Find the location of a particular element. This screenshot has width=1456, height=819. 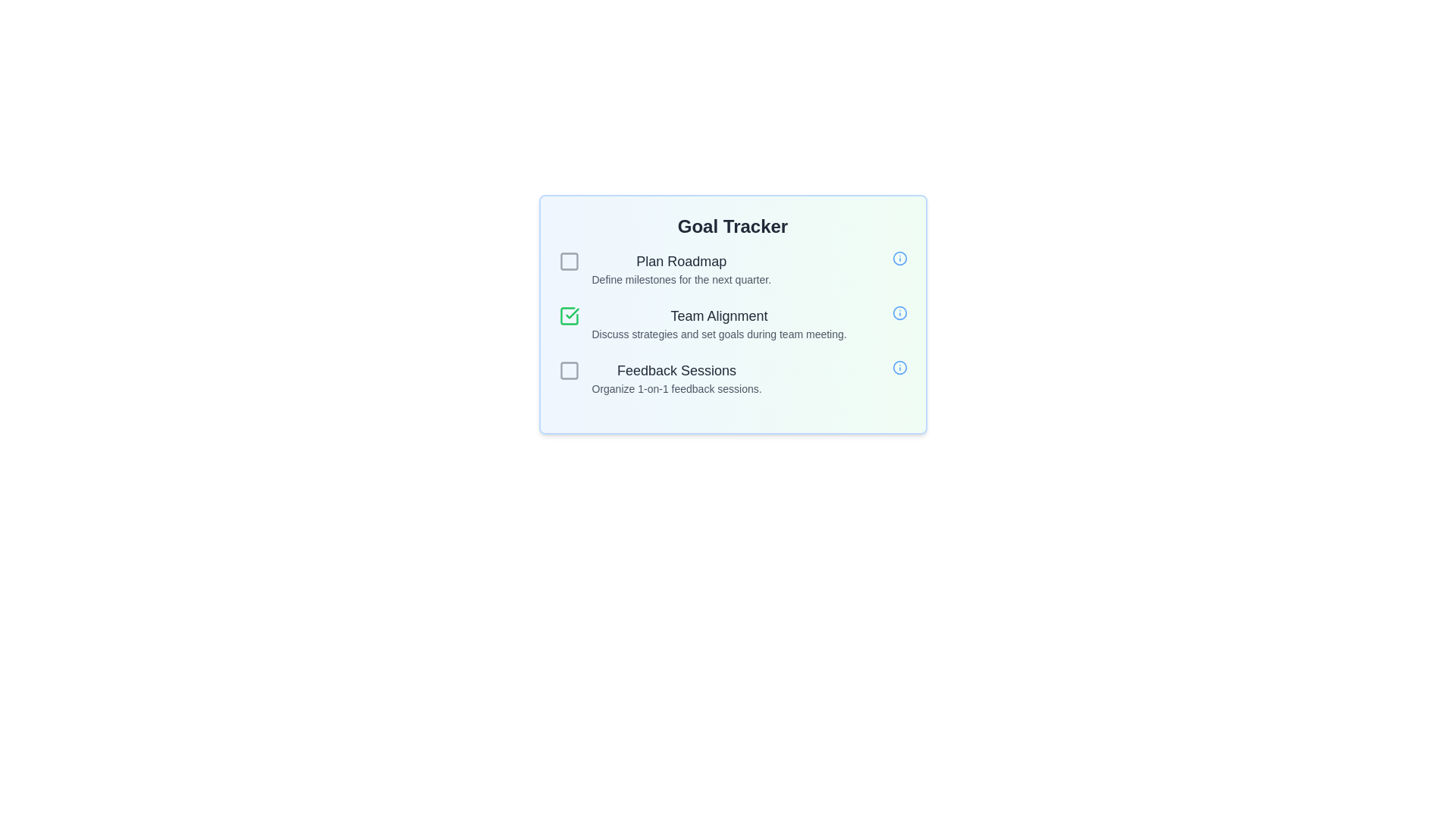

the 'Team Alignment' text label which is styled with a large font size and dark gray color, positioned under the 'Goal Tracker' header is located at coordinates (718, 315).